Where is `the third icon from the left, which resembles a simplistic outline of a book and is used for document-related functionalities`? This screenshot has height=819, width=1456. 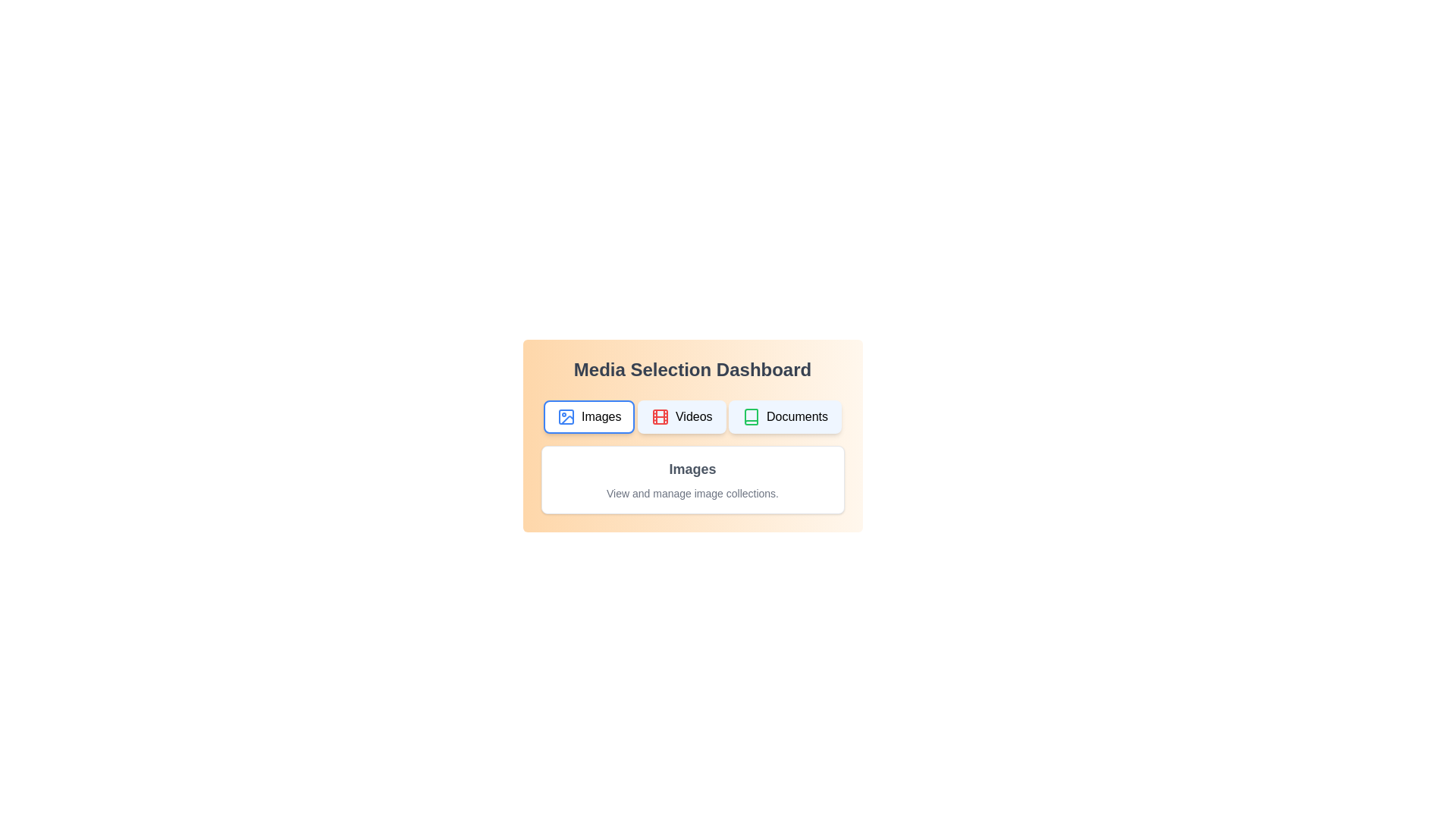
the third icon from the left, which resembles a simplistic outline of a book and is used for document-related functionalities is located at coordinates (752, 417).